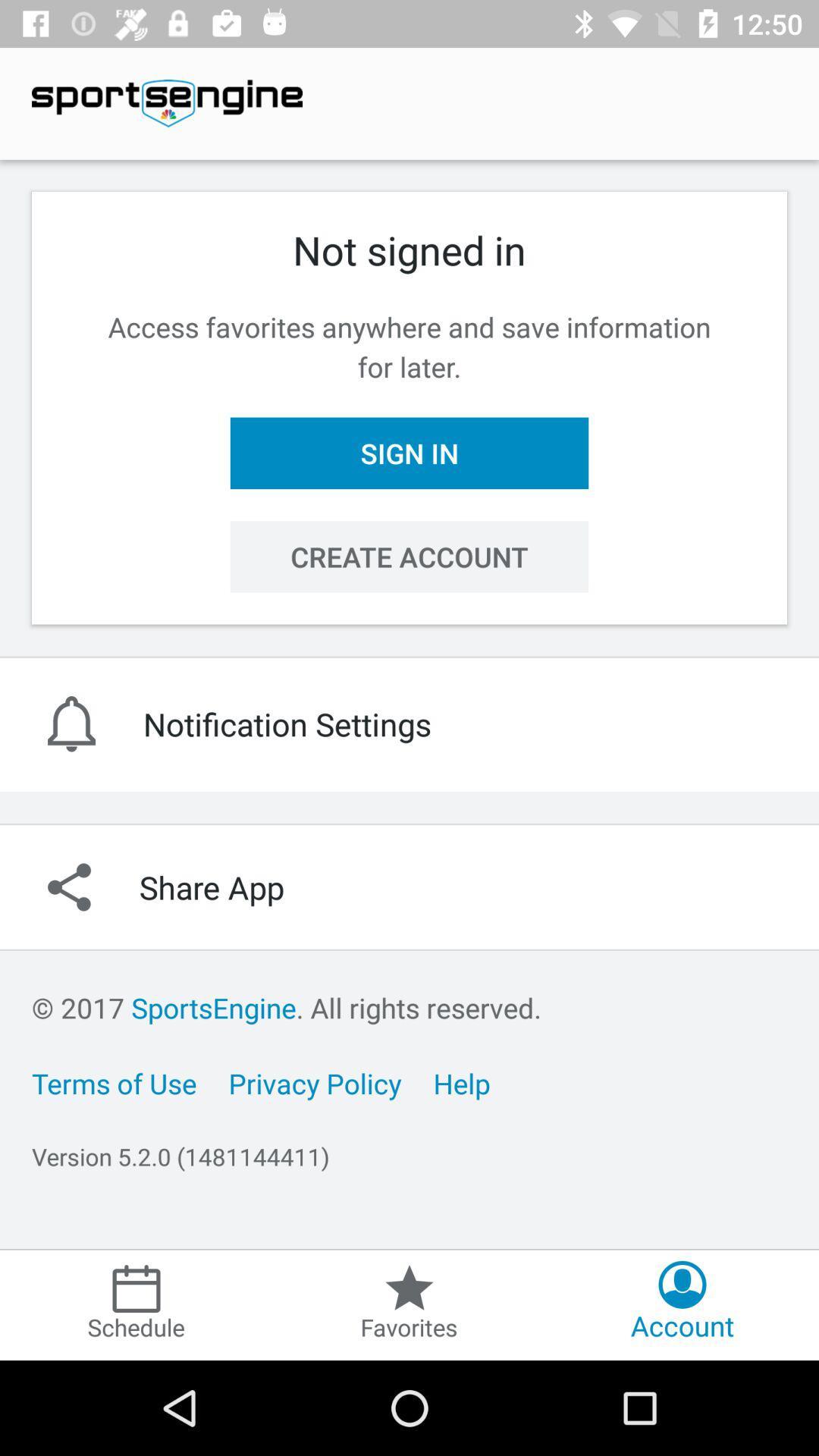 The height and width of the screenshot is (1456, 819). Describe the element at coordinates (409, 452) in the screenshot. I see `sign in` at that location.